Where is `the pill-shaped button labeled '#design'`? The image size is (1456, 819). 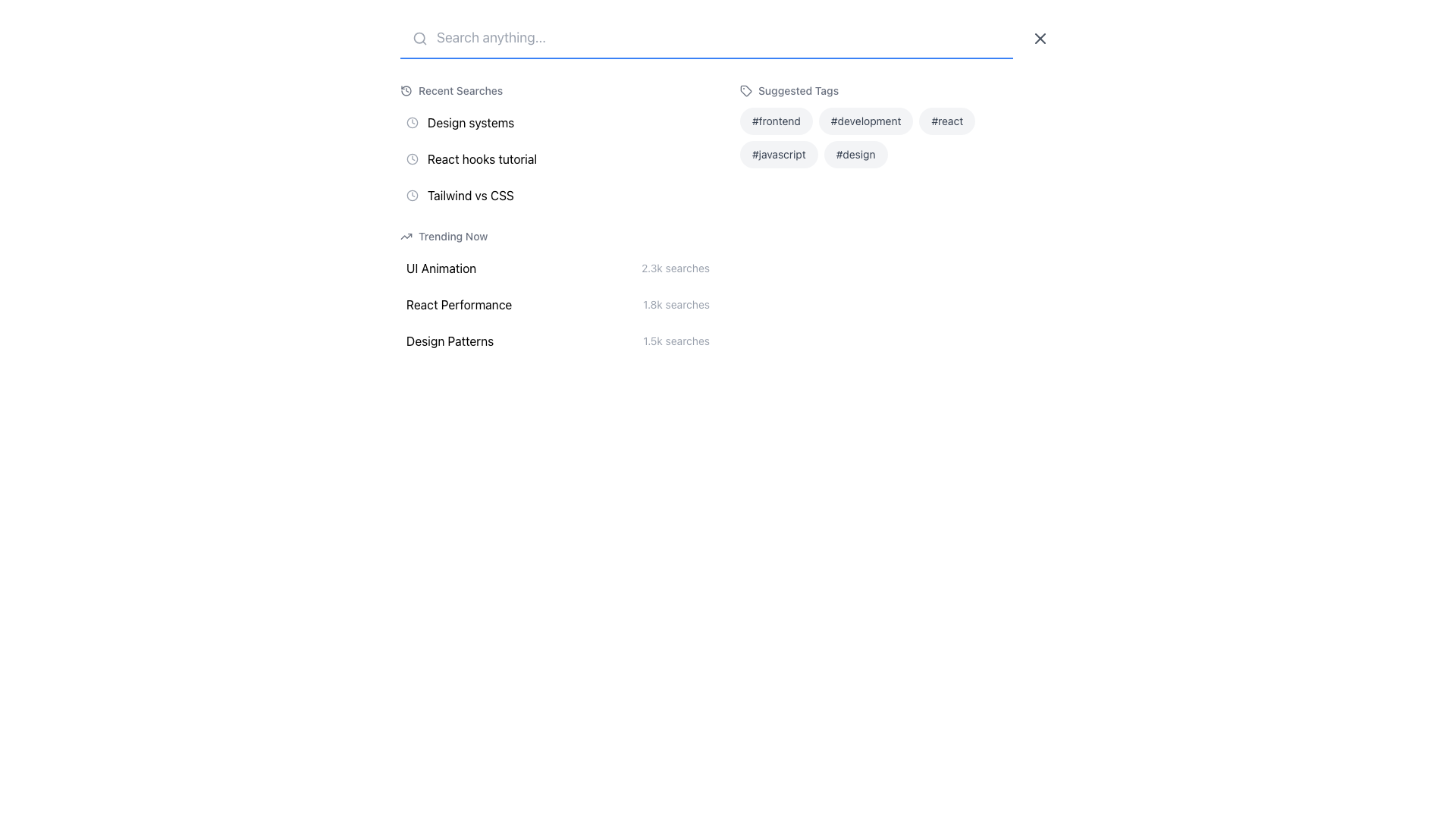
the pill-shaped button labeled '#design' is located at coordinates (855, 155).